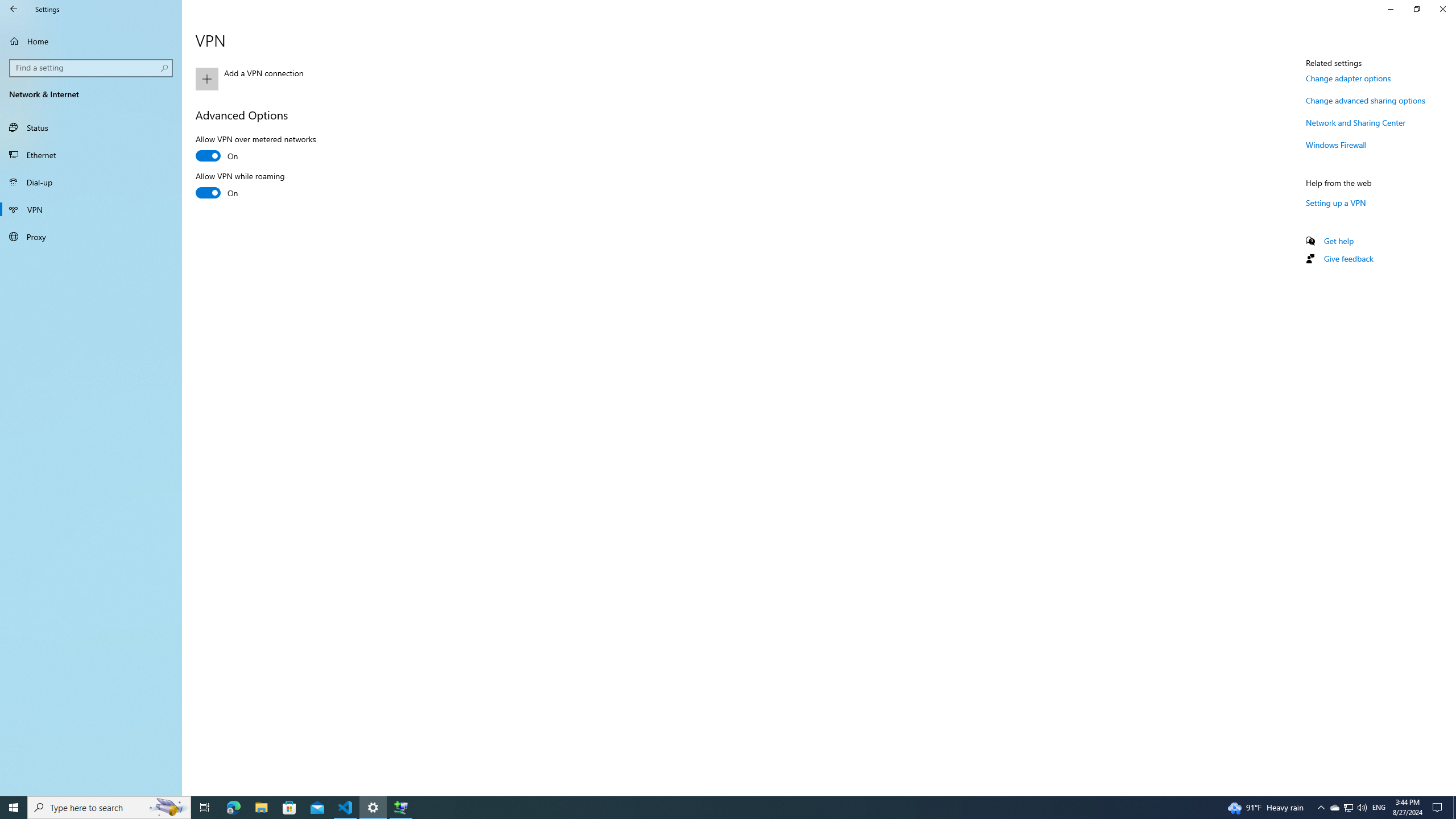 This screenshot has width=1456, height=819. I want to click on 'Add a VPN connection', so click(318, 78).